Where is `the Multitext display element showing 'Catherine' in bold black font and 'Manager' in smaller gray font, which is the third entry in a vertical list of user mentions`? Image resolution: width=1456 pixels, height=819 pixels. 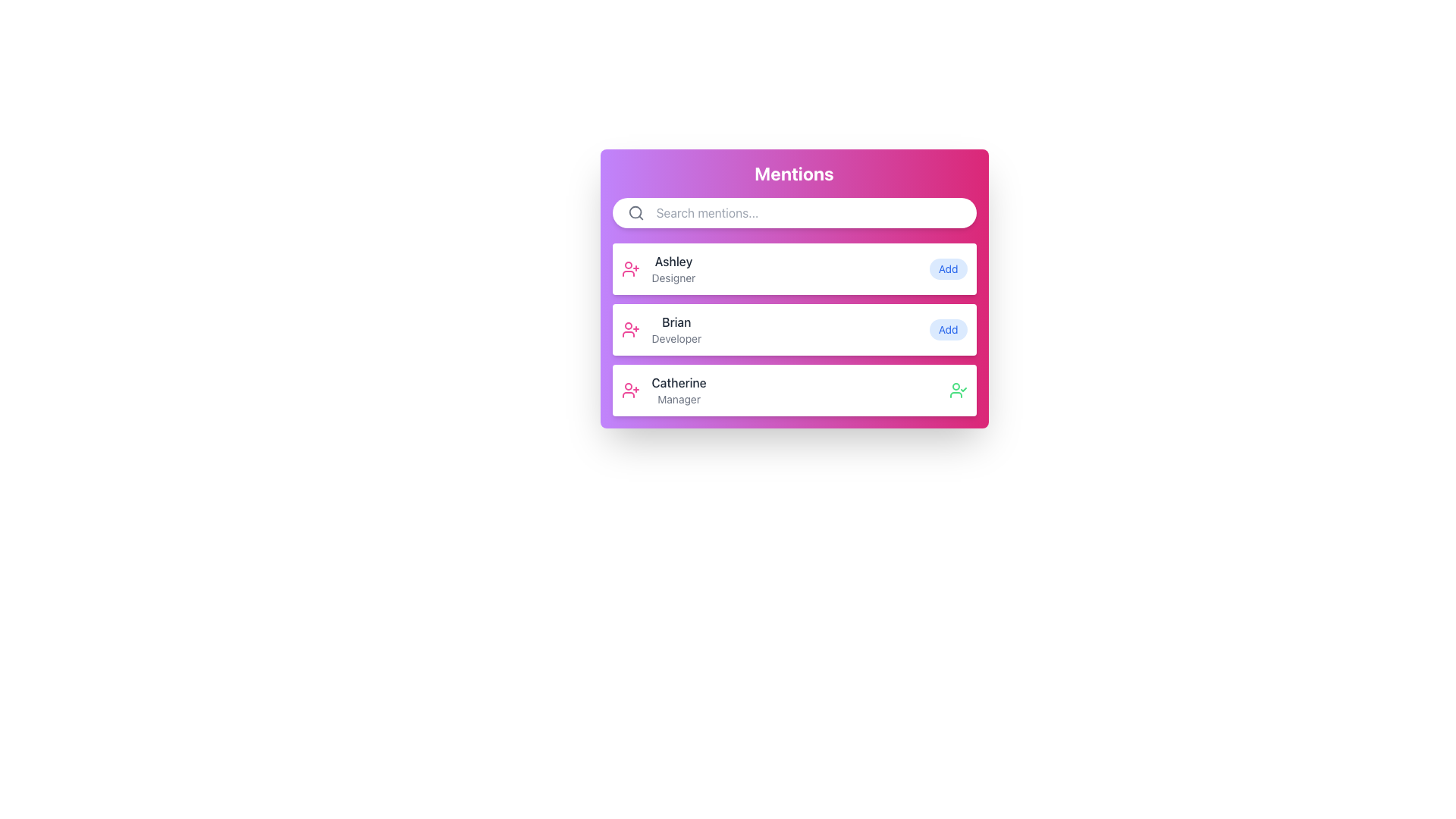
the Multitext display element showing 'Catherine' in bold black font and 'Manager' in smaller gray font, which is the third entry in a vertical list of user mentions is located at coordinates (678, 390).